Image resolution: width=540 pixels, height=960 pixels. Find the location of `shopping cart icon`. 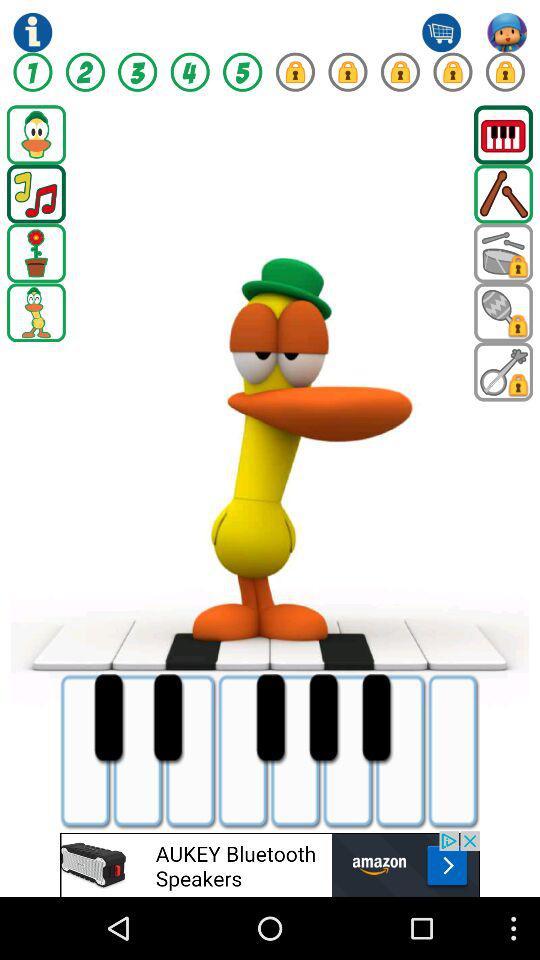

shopping cart icon is located at coordinates (441, 31).